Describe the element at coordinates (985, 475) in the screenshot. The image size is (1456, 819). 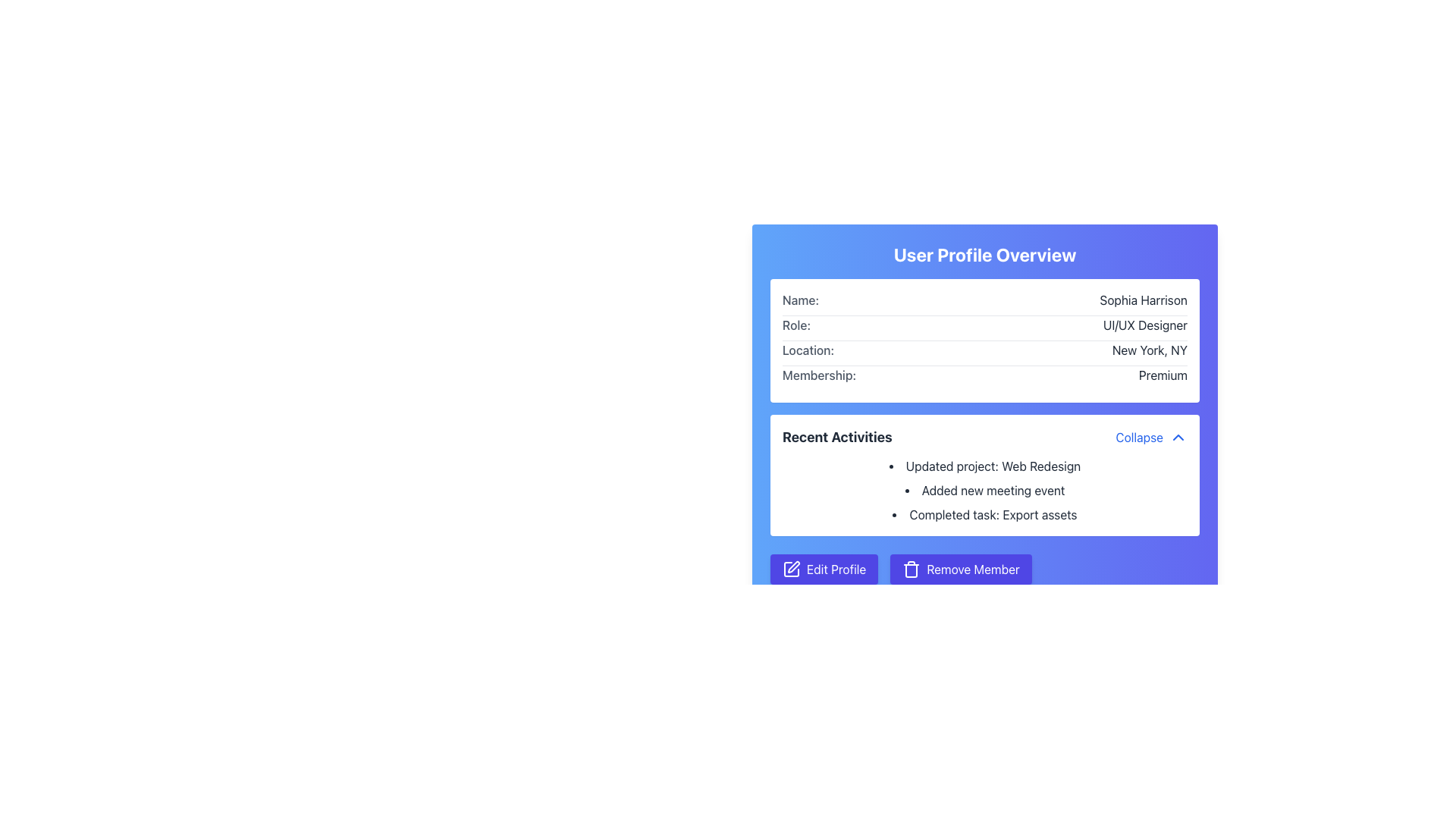
I see `the collapsible section component titled 'Recent Activities' to check for highlighting` at that location.